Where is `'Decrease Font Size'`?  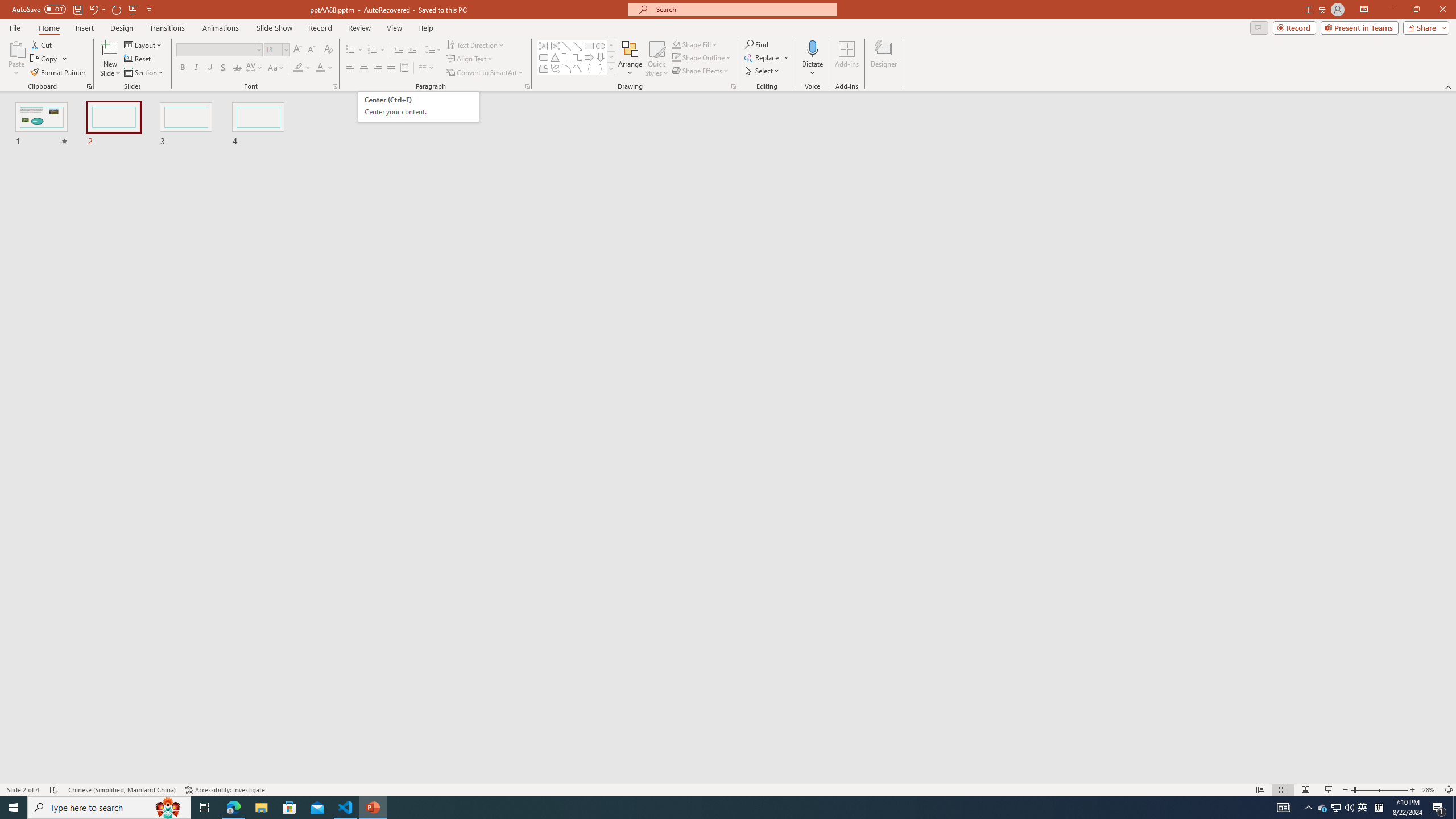 'Decrease Font Size' is located at coordinates (311, 49).